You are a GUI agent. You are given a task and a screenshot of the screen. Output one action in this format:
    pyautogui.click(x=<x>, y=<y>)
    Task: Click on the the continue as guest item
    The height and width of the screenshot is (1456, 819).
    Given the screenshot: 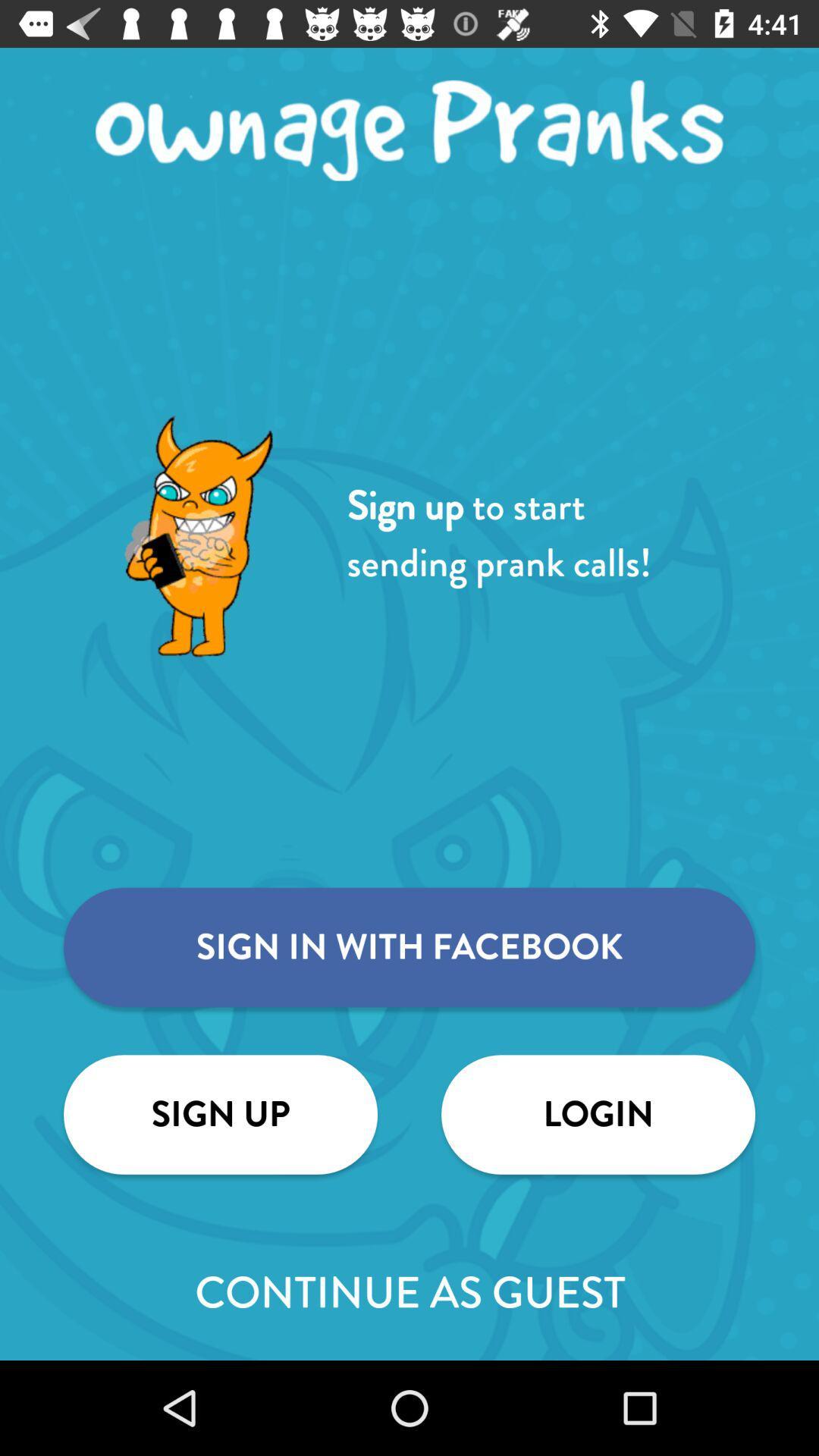 What is the action you would take?
    pyautogui.click(x=410, y=1292)
    